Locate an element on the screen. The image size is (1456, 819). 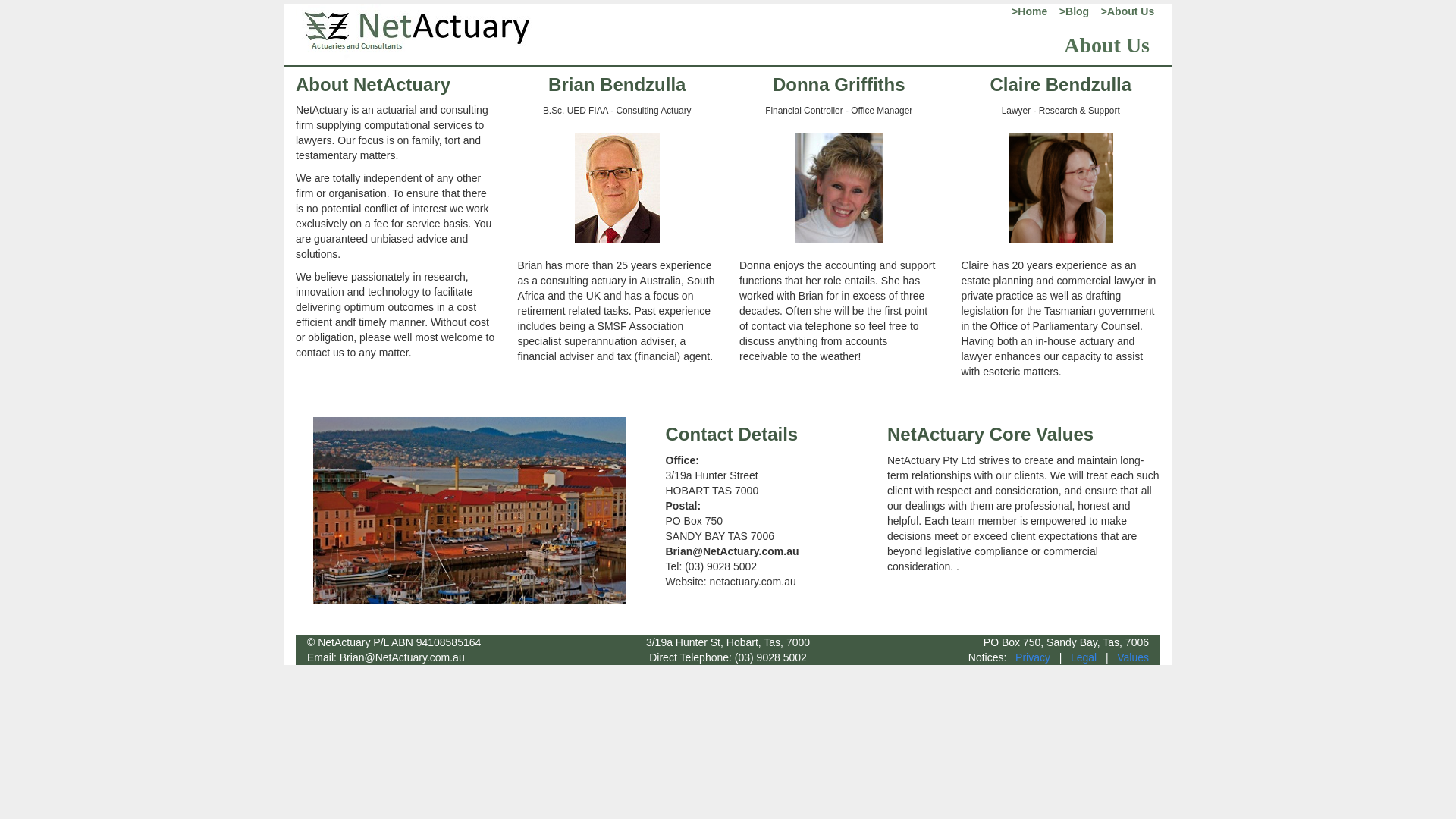
'Values' is located at coordinates (1132, 657).